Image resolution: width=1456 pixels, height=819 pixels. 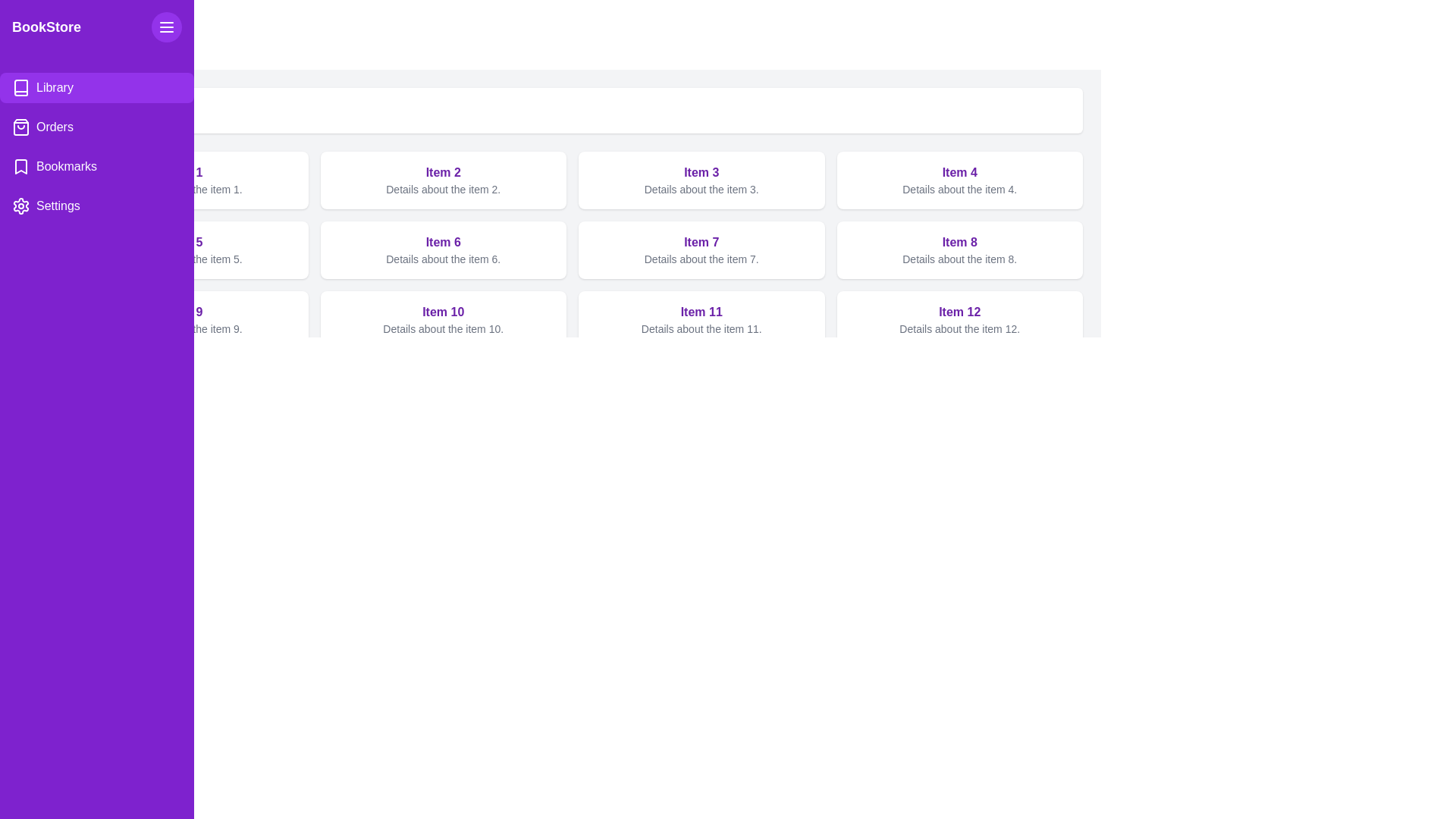 I want to click on title and details text from the informational card displaying information about item 3, located in the first row and third column of the grid layout, so click(x=701, y=180).